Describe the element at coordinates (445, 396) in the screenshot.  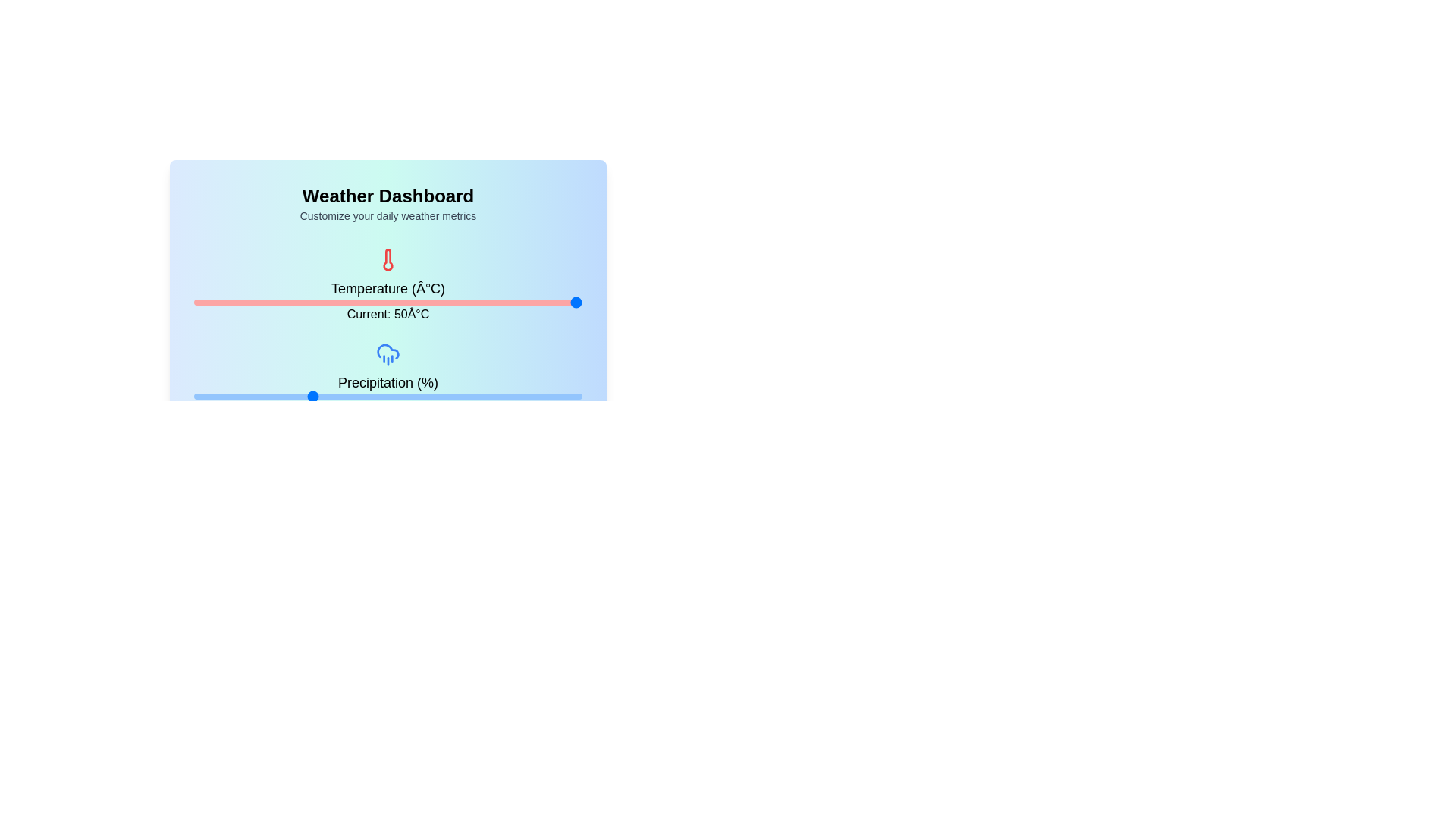
I see `the precipitation level` at that location.